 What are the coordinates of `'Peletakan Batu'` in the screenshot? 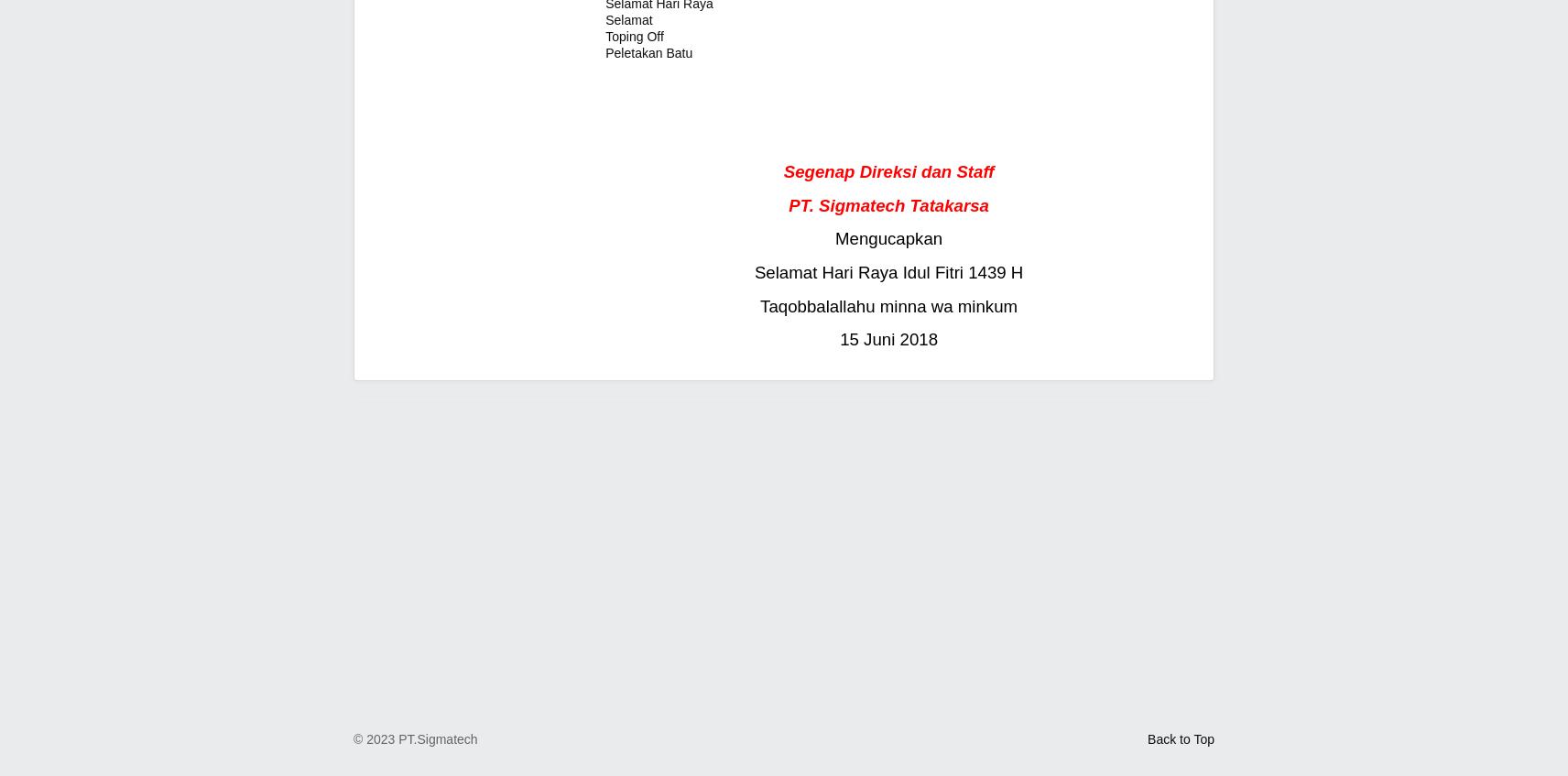 It's located at (648, 52).